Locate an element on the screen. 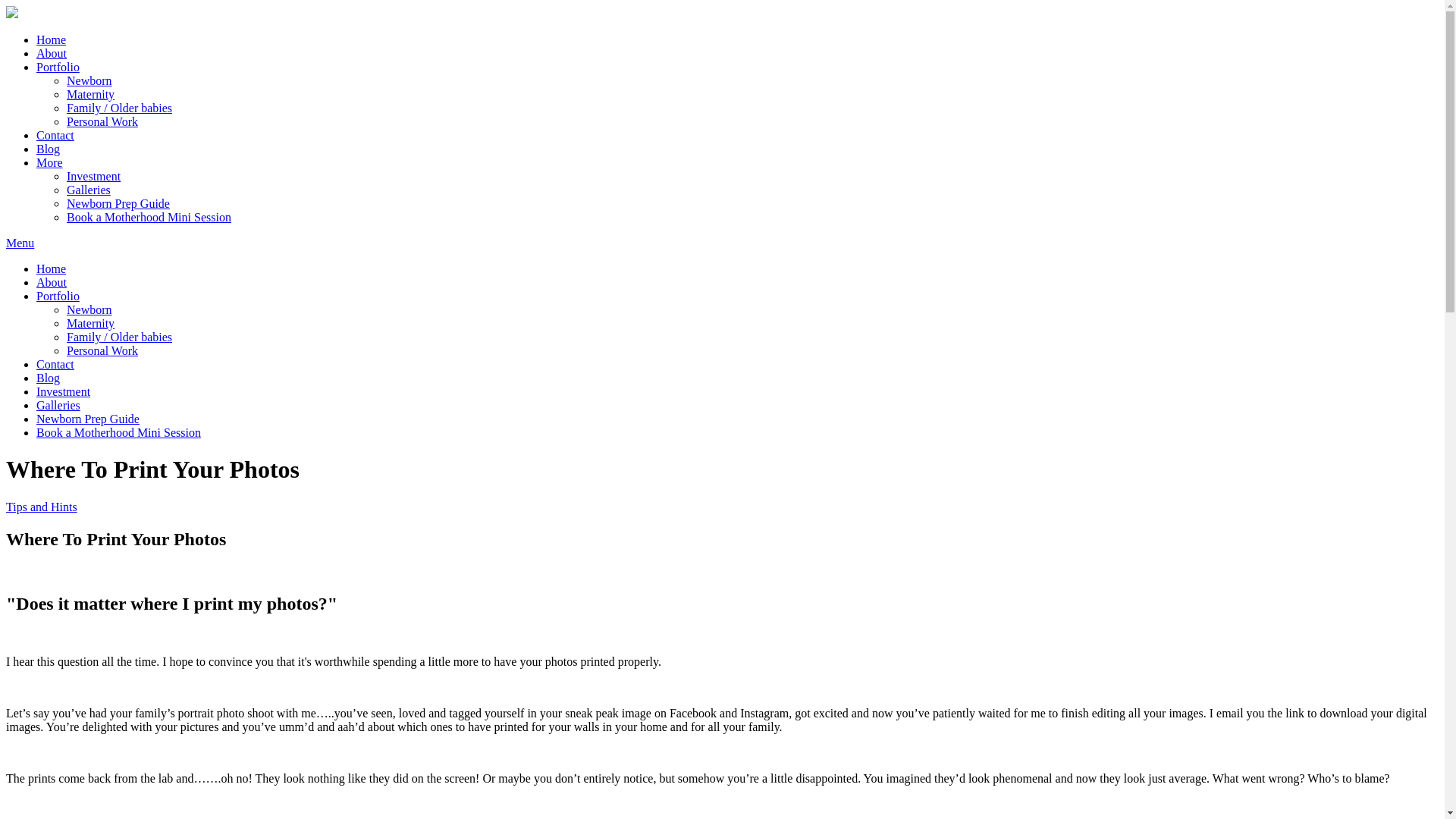 The width and height of the screenshot is (1456, 819). 'Blog' is located at coordinates (48, 377).